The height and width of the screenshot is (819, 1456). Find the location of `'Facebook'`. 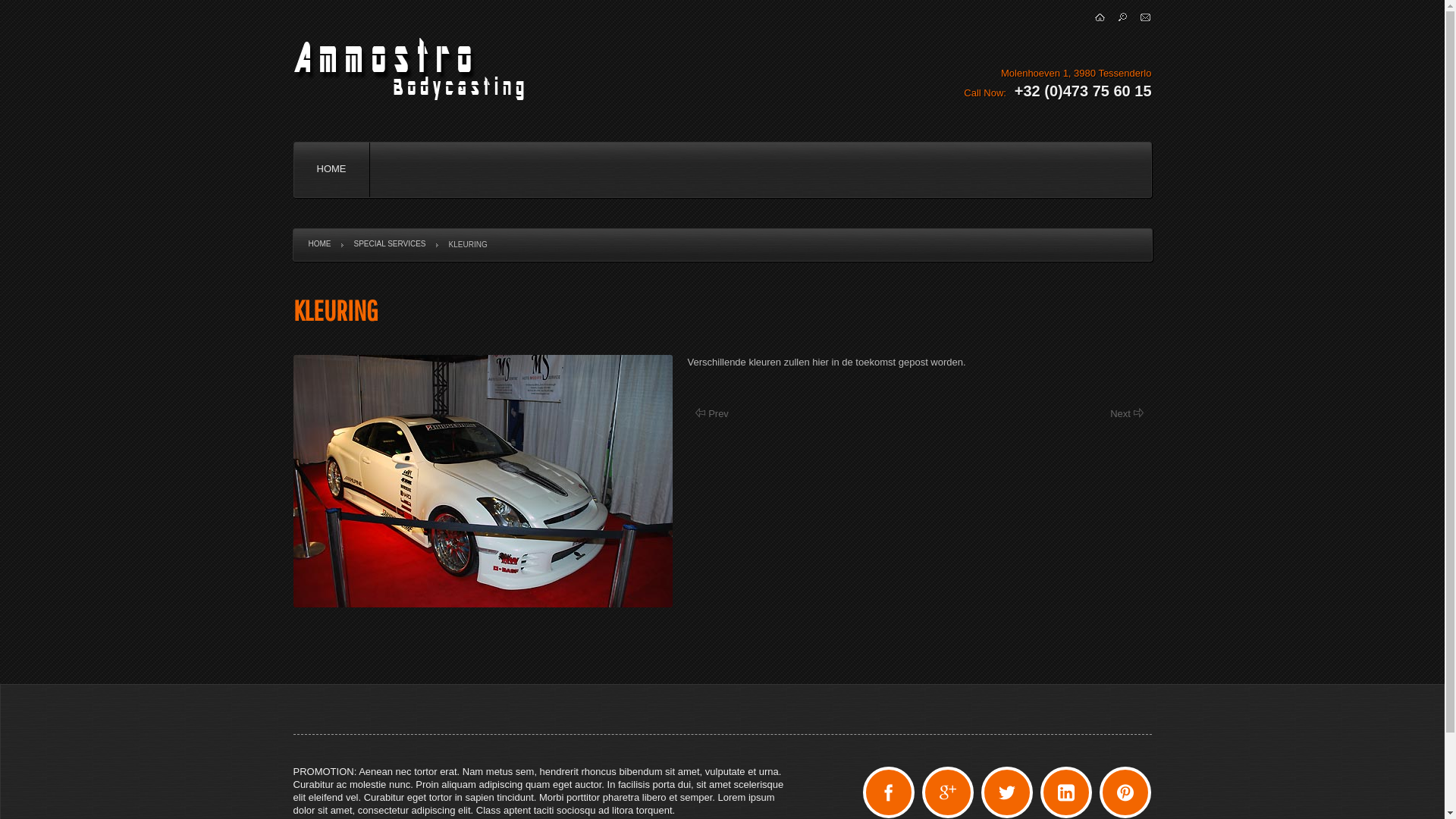

'Facebook' is located at coordinates (888, 792).